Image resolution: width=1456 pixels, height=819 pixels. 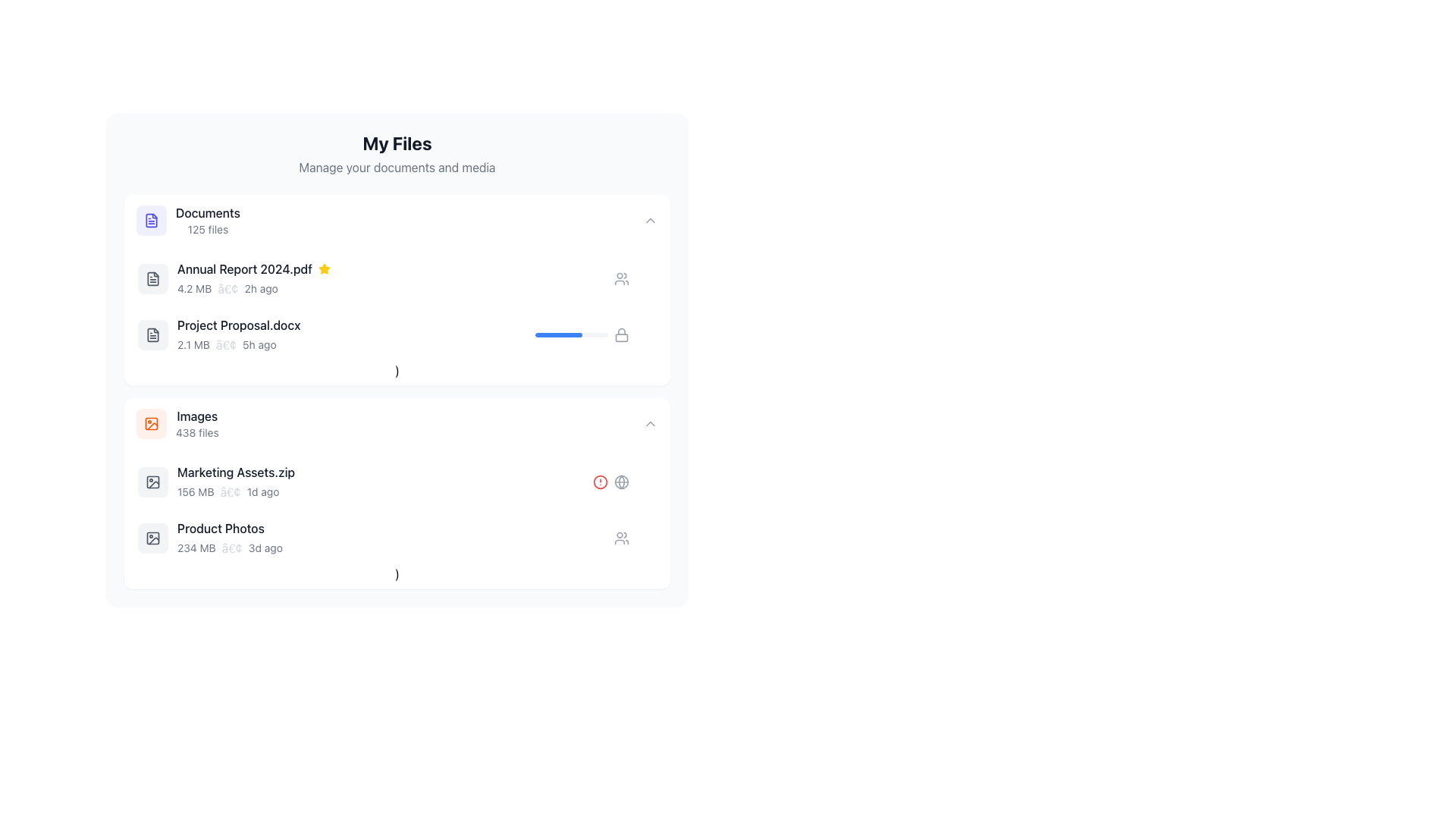 I want to click on the 'Marketing Assets.zip' file entry, which is the second item in the 'Images' section, so click(x=365, y=482).